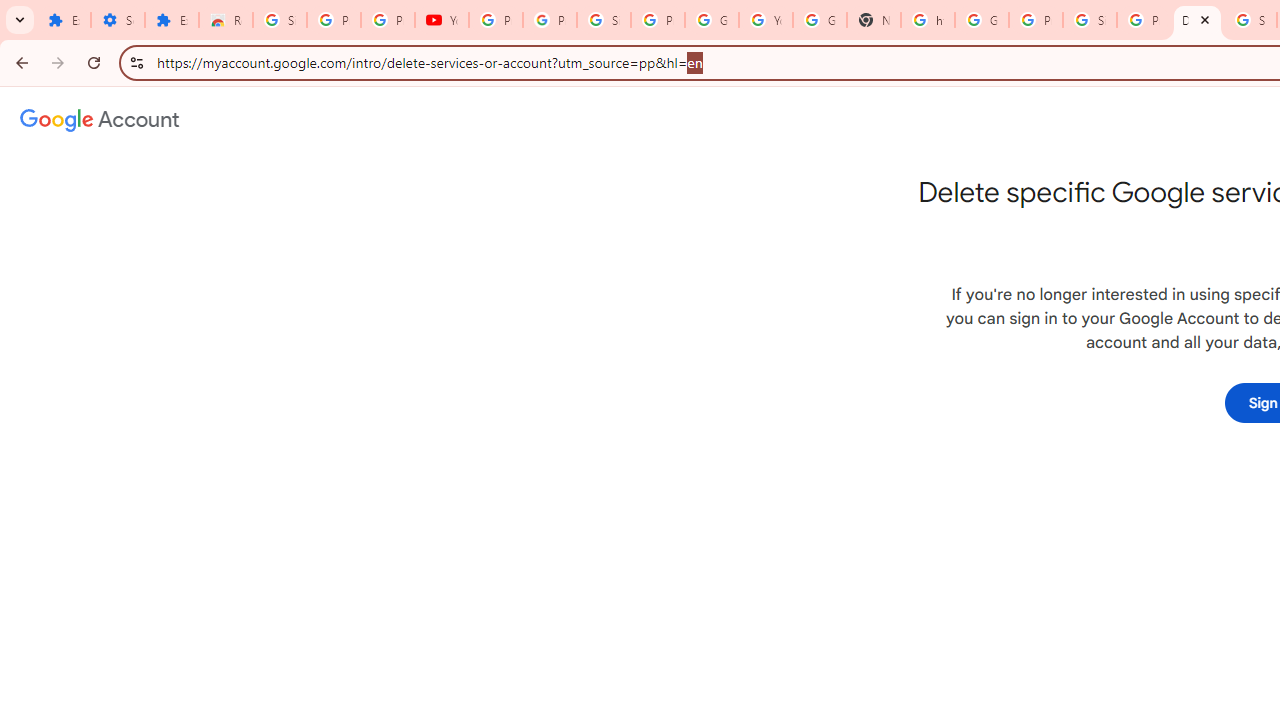  What do you see at coordinates (927, 20) in the screenshot?
I see `'https://scholar.google.com/'` at bounding box center [927, 20].